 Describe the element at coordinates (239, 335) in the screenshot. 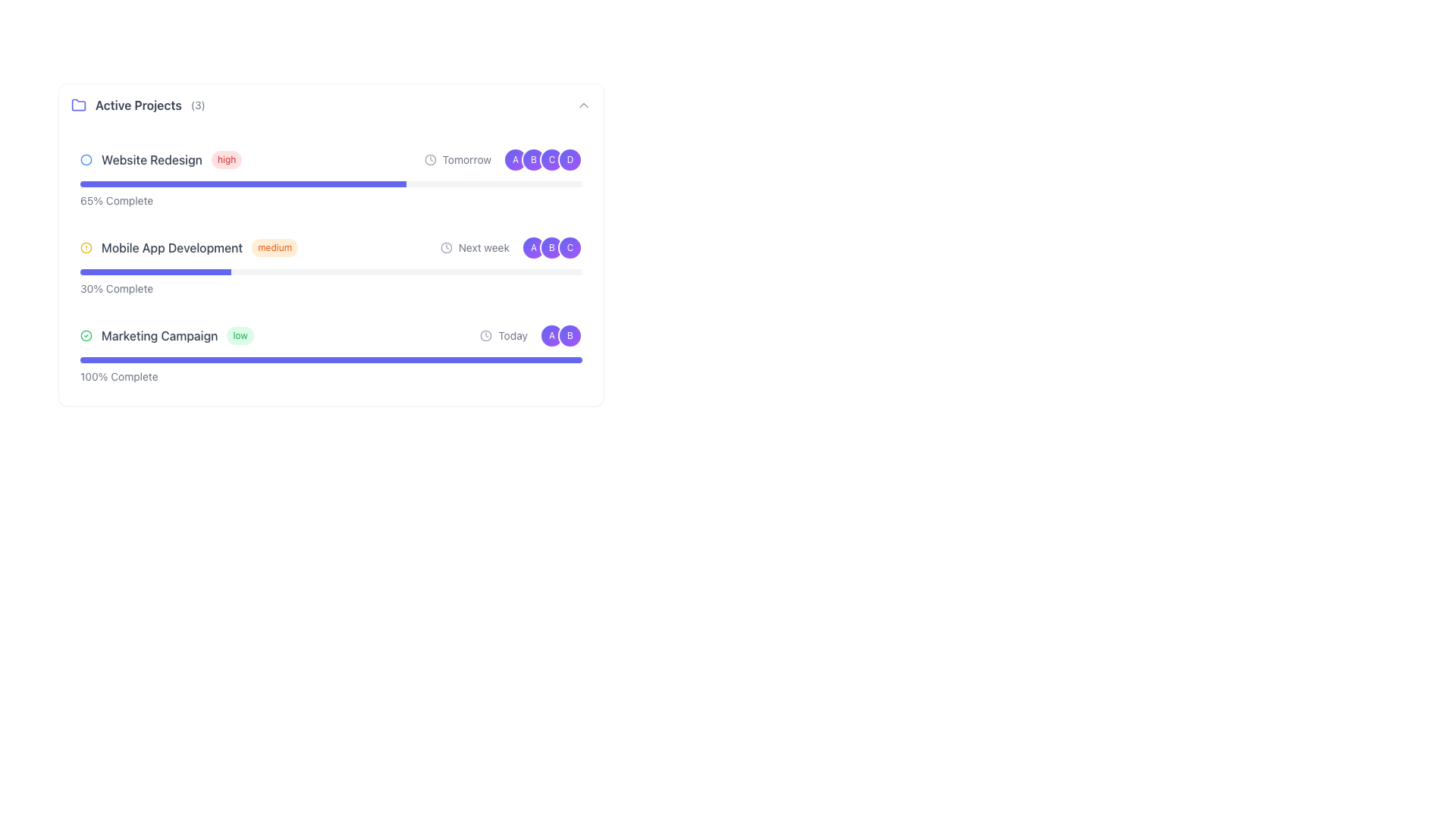

I see `text from the label indicating the 'low' priority level of the 'Marketing Campaign', which is positioned to the right of the 'Marketing Campaign' text` at that location.